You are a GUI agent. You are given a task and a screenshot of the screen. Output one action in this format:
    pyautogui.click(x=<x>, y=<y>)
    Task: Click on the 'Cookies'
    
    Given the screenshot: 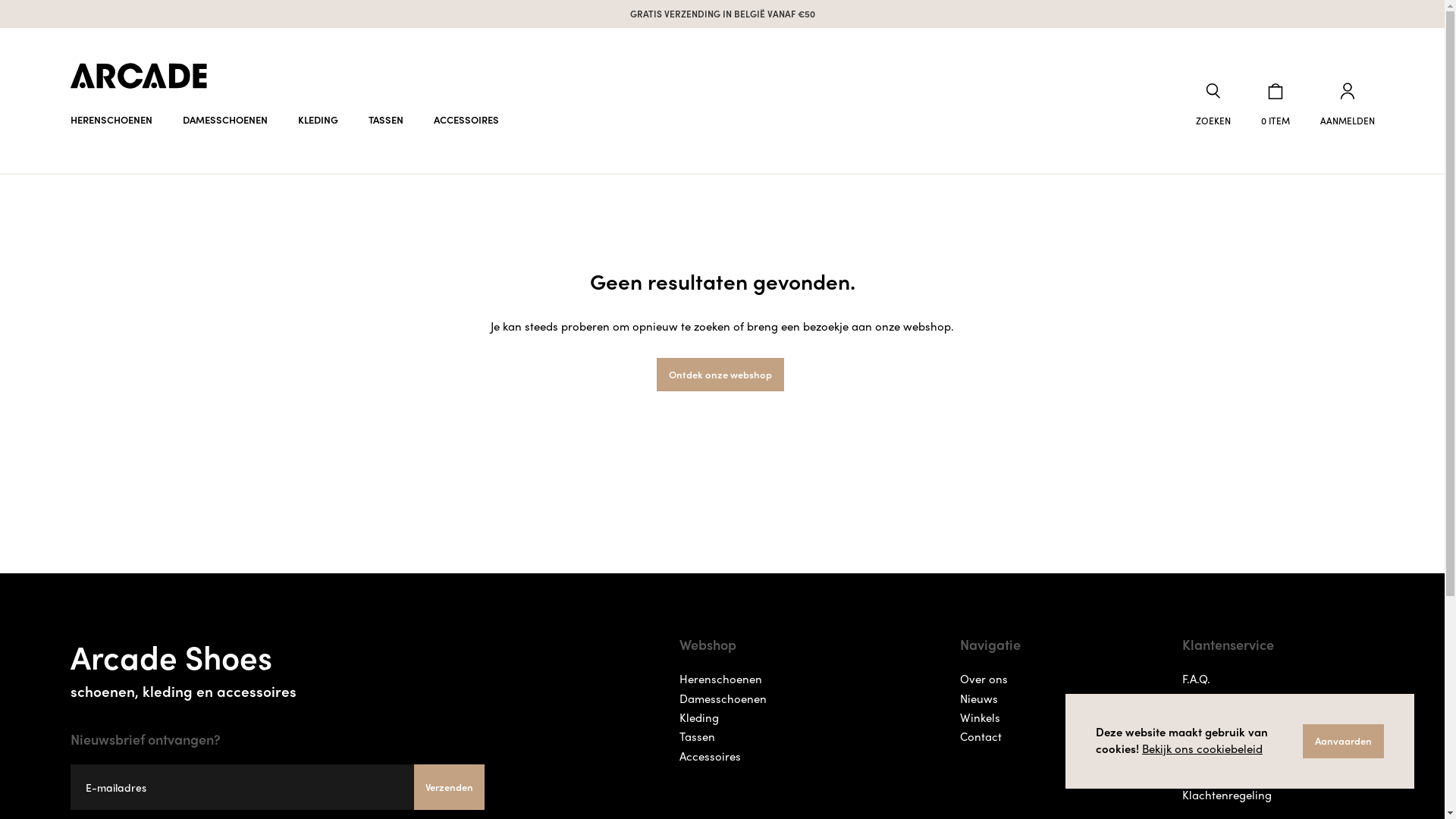 What is the action you would take?
    pyautogui.click(x=1201, y=736)
    